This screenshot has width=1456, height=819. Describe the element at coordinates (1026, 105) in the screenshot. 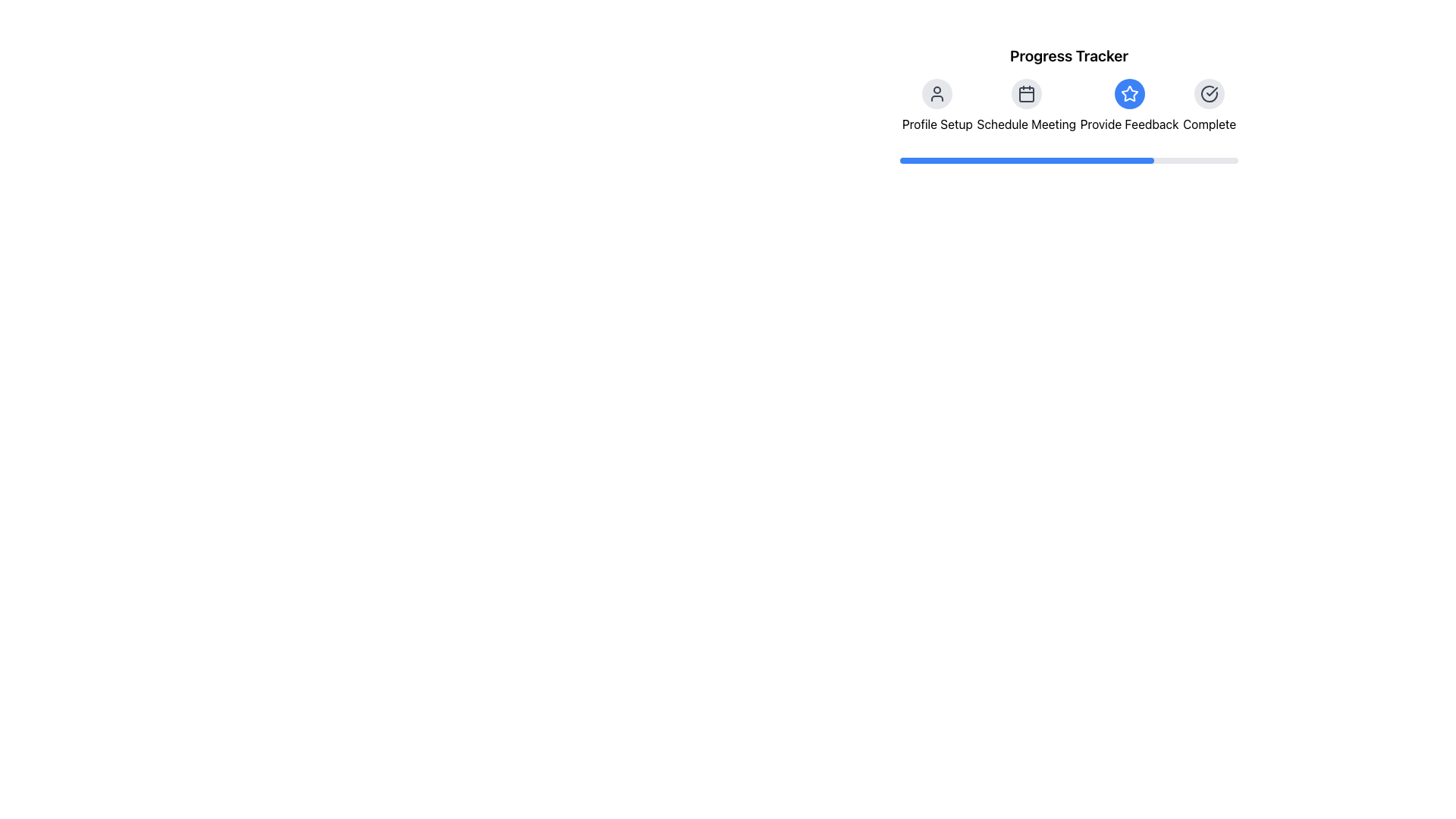

I see `the 'Schedule Meeting' step in the progress tracker, which is the second element from the left, positioned between 'Profile Setup' and 'Provide Feedback'` at that location.